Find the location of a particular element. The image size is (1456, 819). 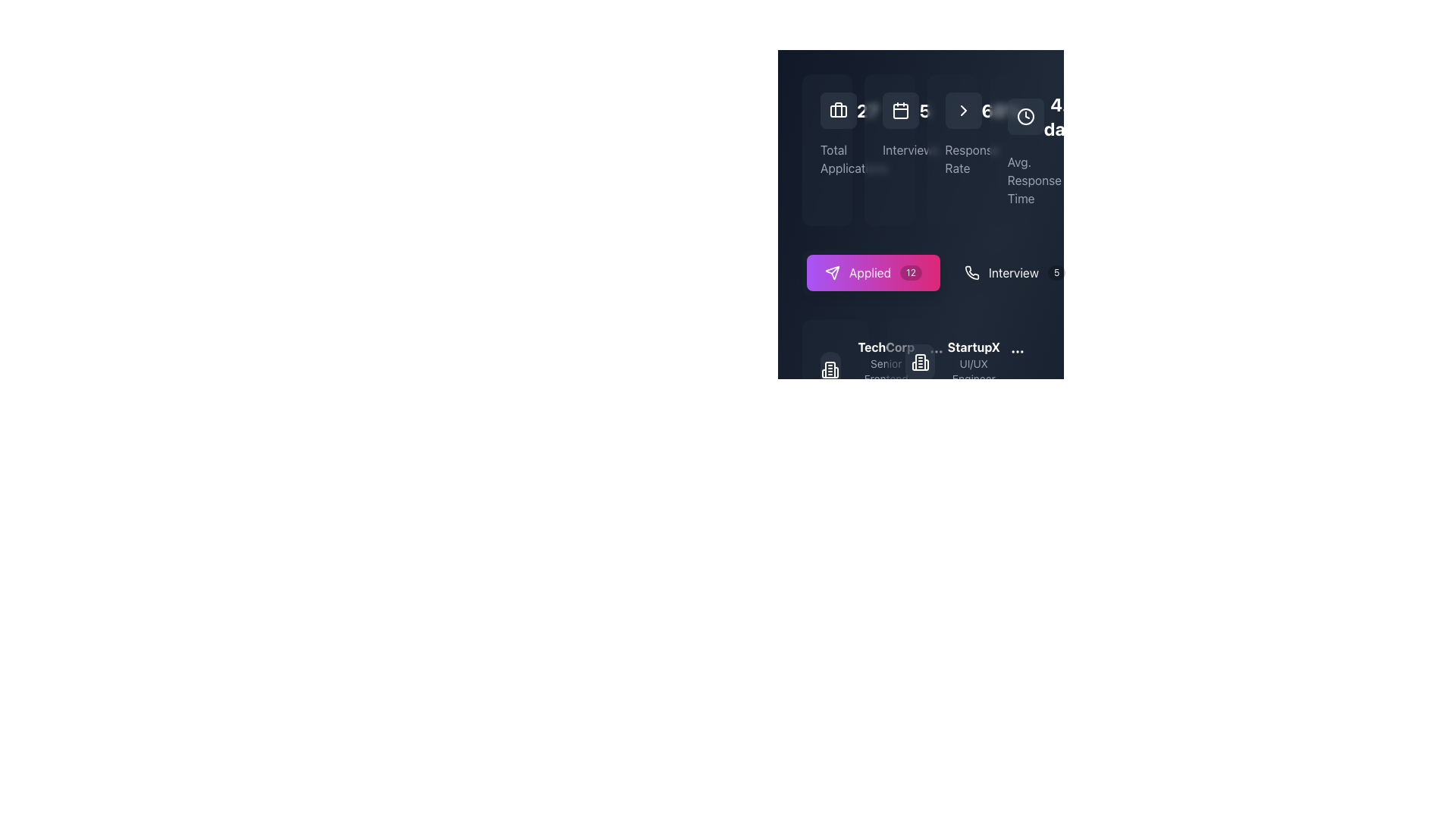

the circular dark gray icon resembling an analog clock, located immediately to the left of the text '4.2 days' in the average response time section is located at coordinates (1025, 116).